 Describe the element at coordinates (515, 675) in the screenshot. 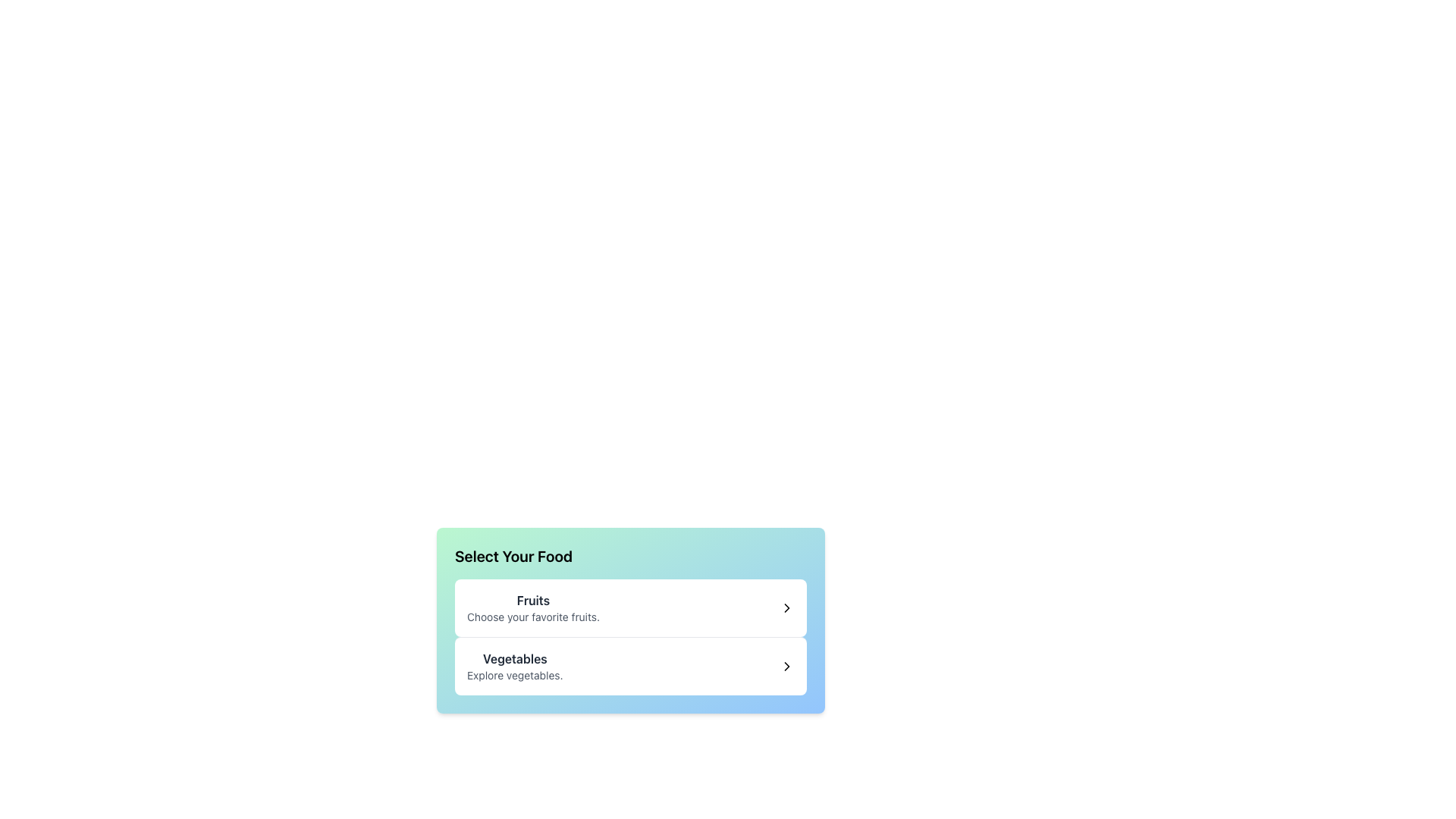

I see `the descriptive text label providing context about the 'Vegetables' section, located beneath the 'Vegetables' title in the 'Select Your Food' menu card` at that location.